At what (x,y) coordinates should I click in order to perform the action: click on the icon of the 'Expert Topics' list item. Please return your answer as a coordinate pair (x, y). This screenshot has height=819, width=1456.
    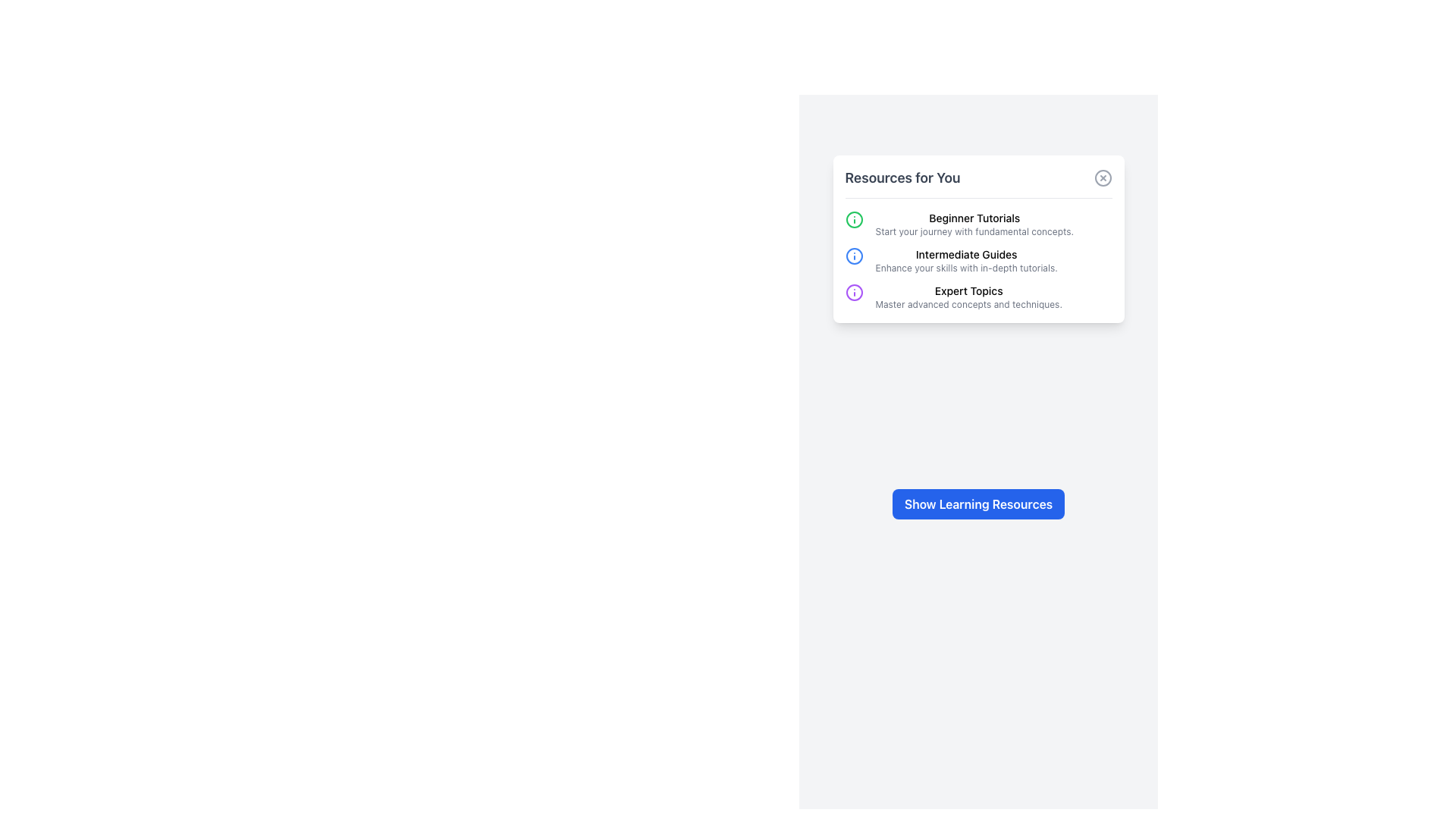
    Looking at the image, I should click on (978, 297).